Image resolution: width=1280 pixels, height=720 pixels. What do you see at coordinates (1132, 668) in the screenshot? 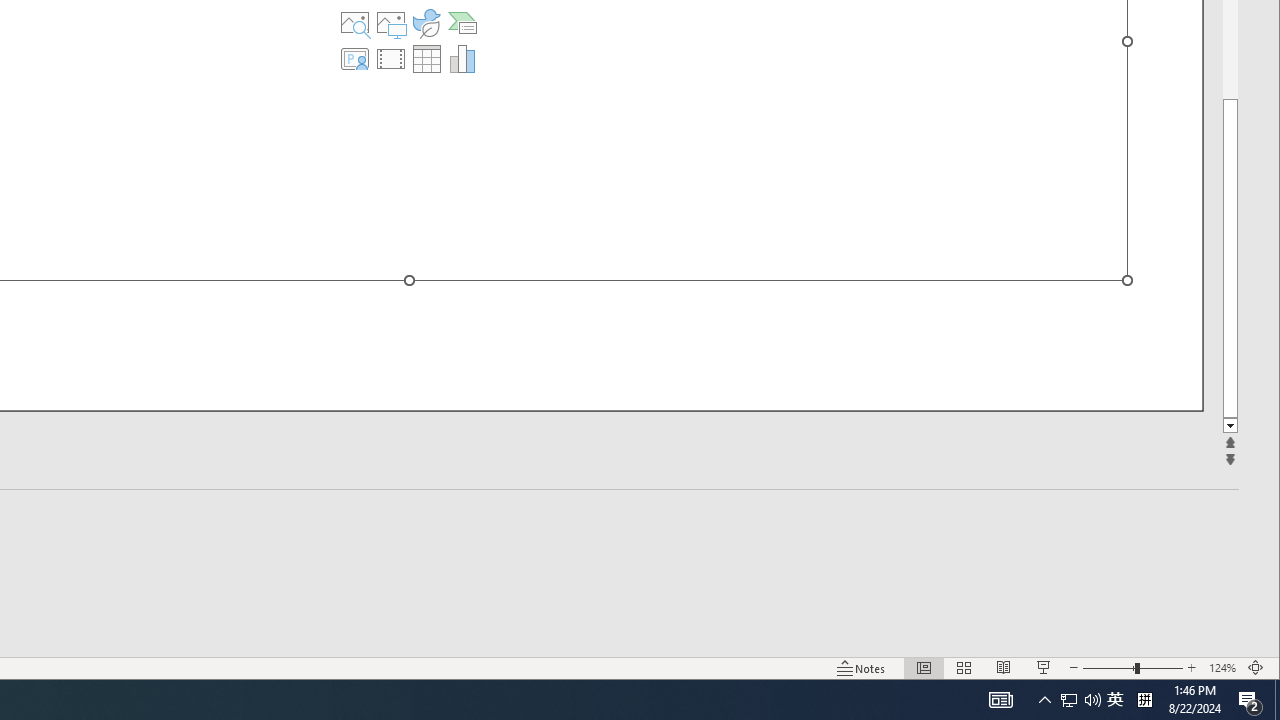
I see `'Zoom'` at bounding box center [1132, 668].